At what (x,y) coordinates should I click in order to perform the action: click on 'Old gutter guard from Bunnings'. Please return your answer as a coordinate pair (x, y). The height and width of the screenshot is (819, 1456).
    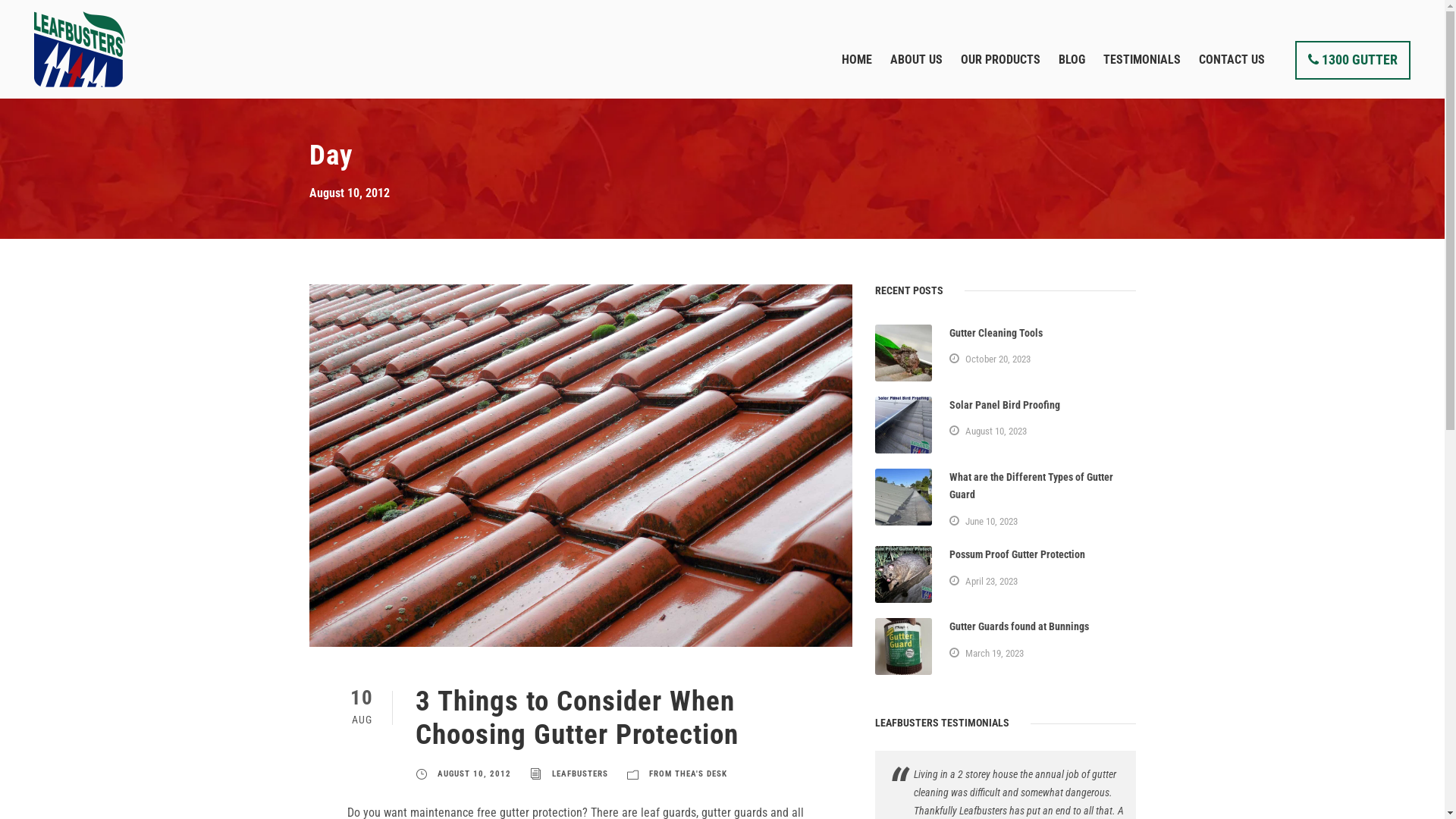
    Looking at the image, I should click on (903, 646).